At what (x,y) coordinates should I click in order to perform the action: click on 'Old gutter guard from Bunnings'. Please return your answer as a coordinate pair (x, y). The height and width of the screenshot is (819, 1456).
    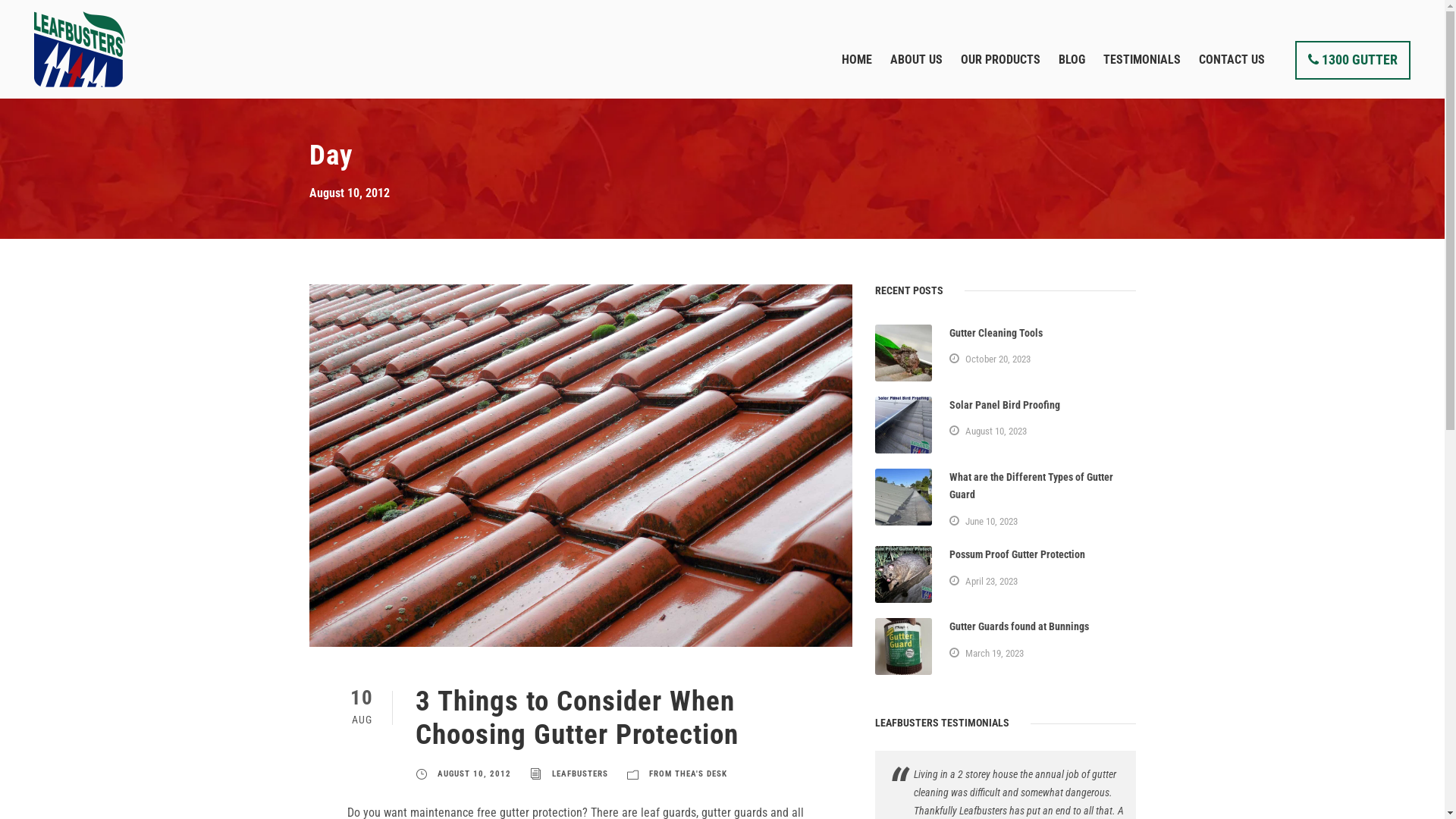
    Looking at the image, I should click on (903, 646).